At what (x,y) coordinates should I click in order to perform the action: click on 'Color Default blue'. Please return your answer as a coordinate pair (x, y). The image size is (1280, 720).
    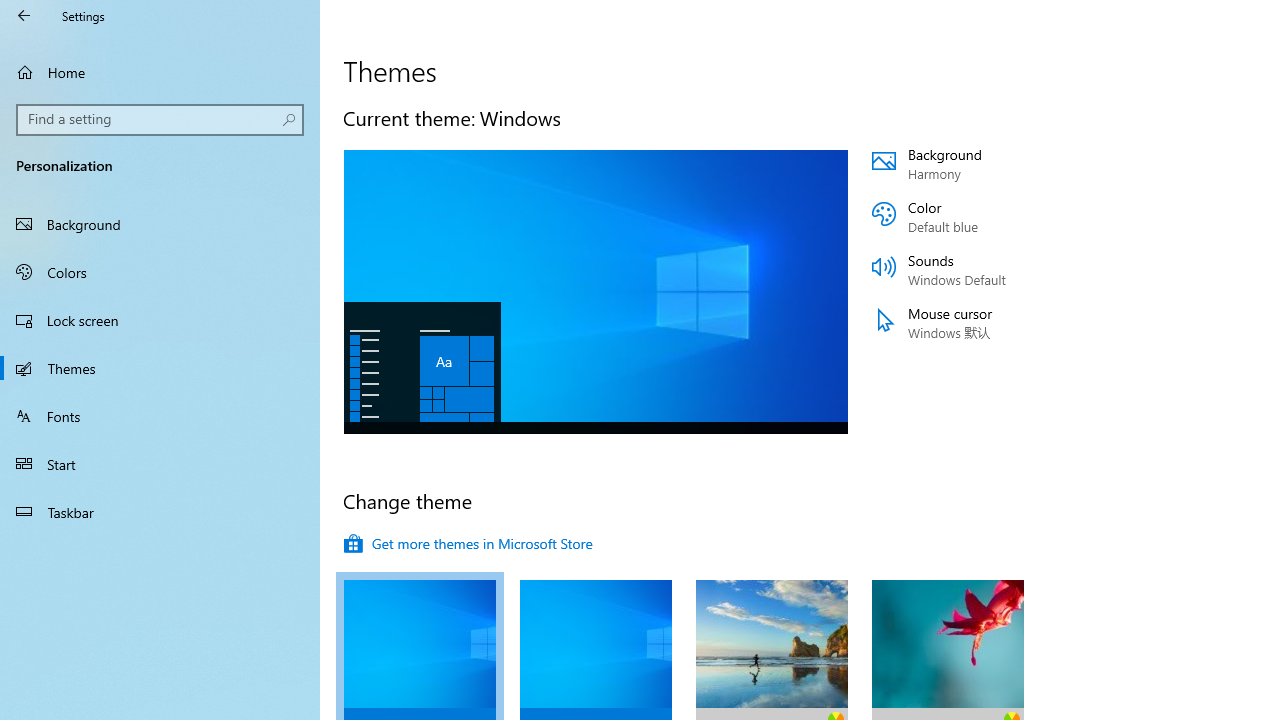
    Looking at the image, I should click on (992, 217).